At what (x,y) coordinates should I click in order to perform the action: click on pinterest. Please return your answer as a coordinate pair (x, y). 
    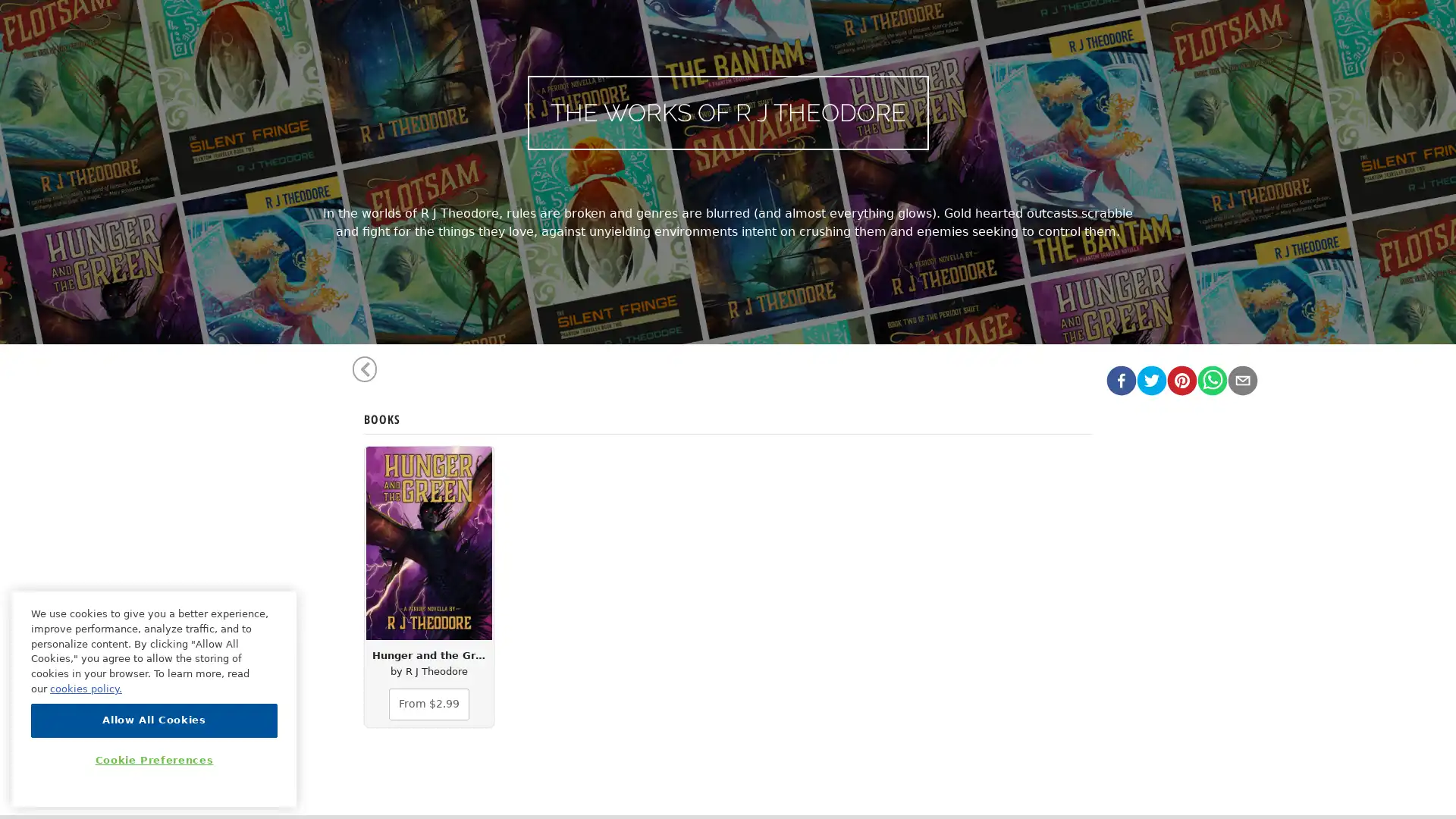
    Looking at the image, I should click on (1181, 378).